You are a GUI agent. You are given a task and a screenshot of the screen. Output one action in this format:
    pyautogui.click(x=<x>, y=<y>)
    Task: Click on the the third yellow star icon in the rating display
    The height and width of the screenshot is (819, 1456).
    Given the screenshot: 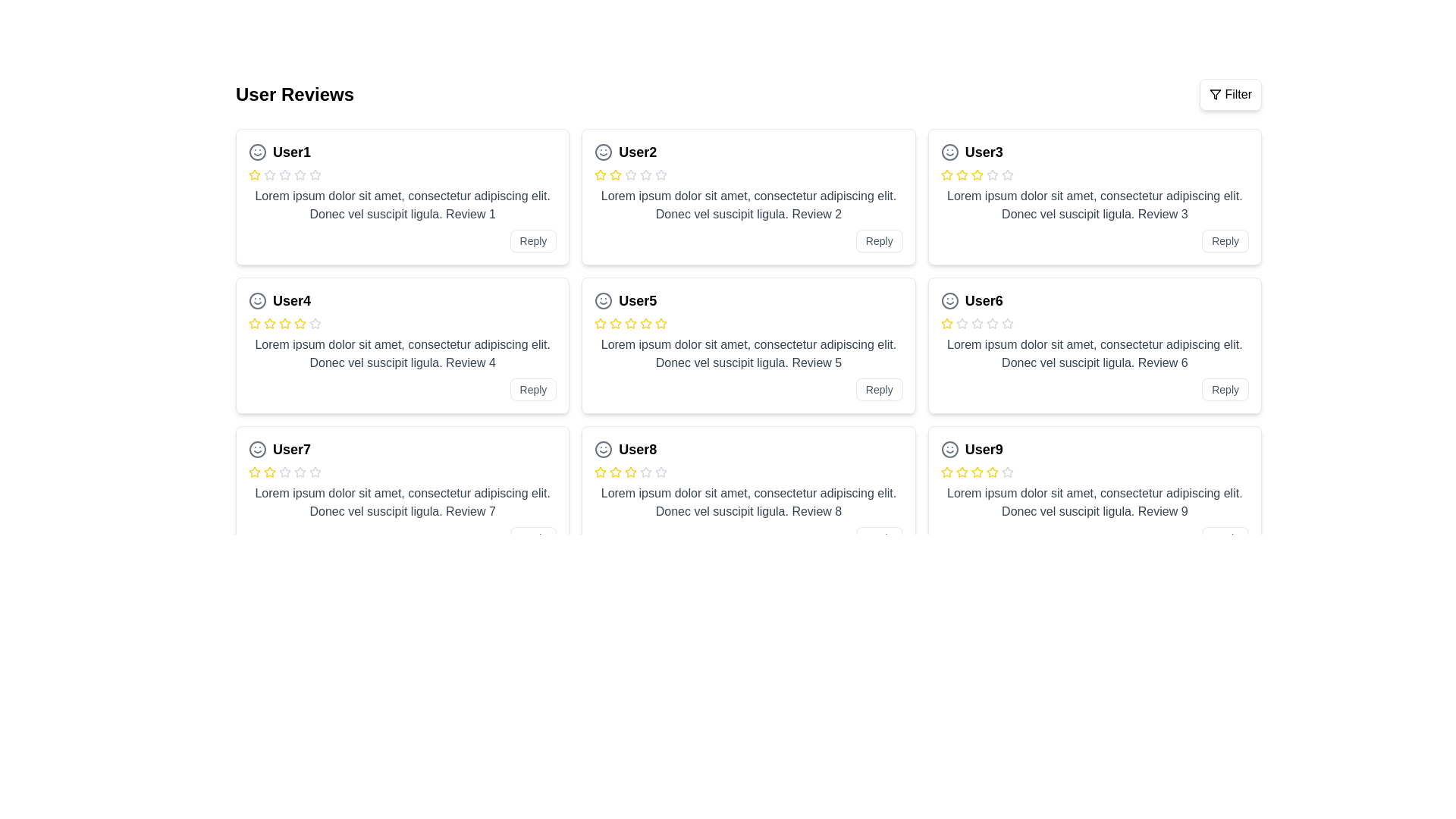 What is the action you would take?
    pyautogui.click(x=961, y=472)
    